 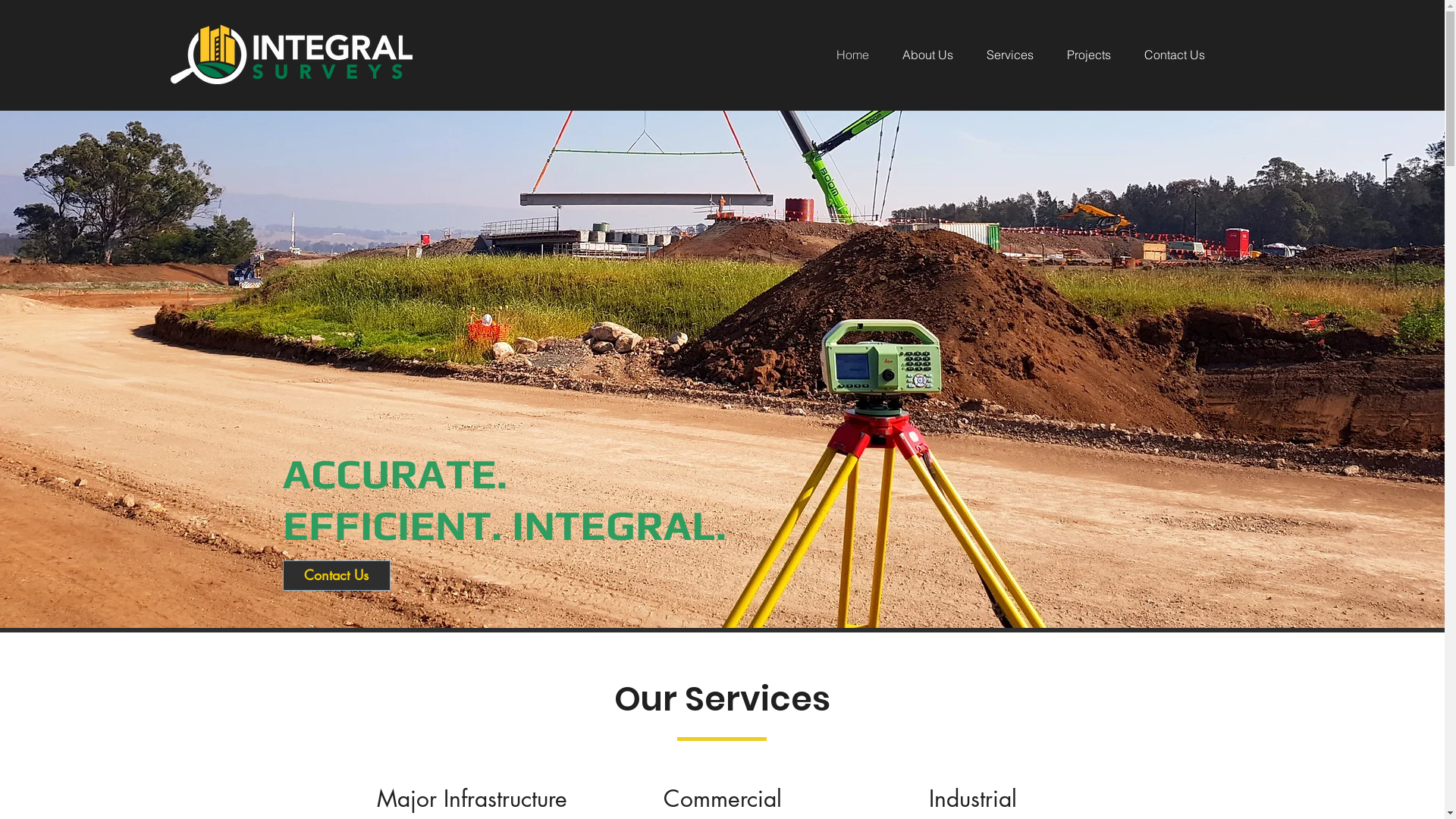 I want to click on 'Home', so click(x=843, y=54).